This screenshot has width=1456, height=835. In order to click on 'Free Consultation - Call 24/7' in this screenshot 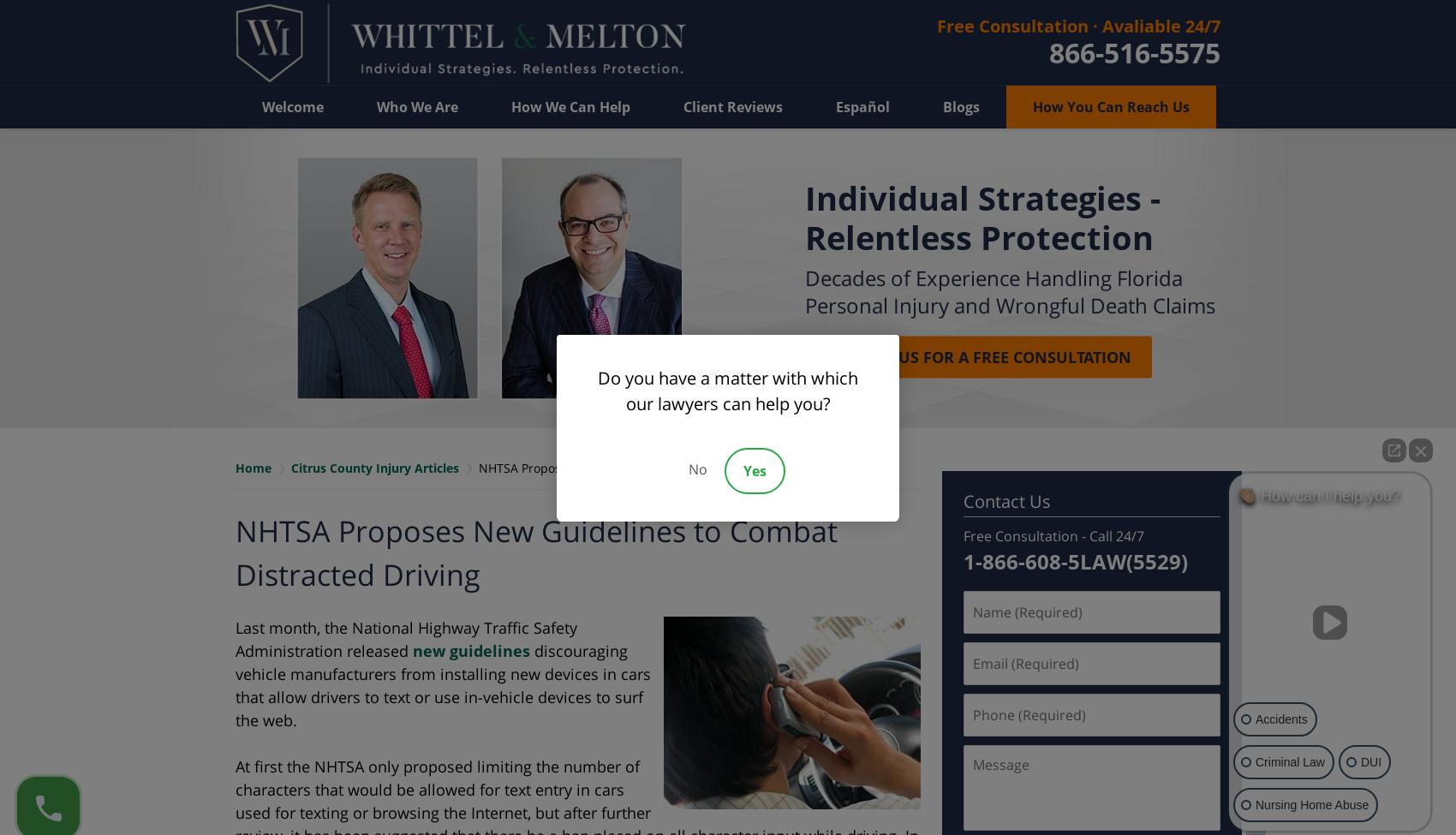, I will do `click(1053, 536)`.